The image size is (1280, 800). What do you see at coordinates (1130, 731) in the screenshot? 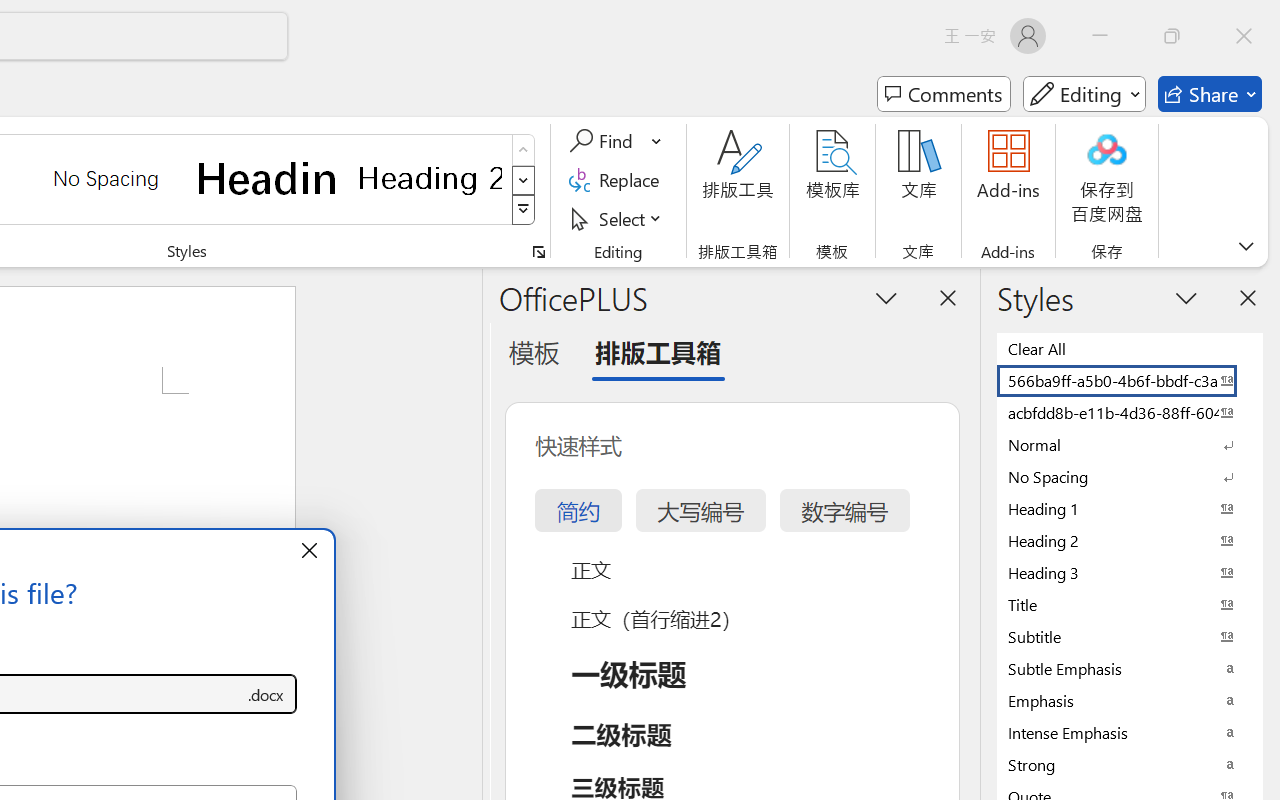
I see `'Intense Emphasis'` at bounding box center [1130, 731].